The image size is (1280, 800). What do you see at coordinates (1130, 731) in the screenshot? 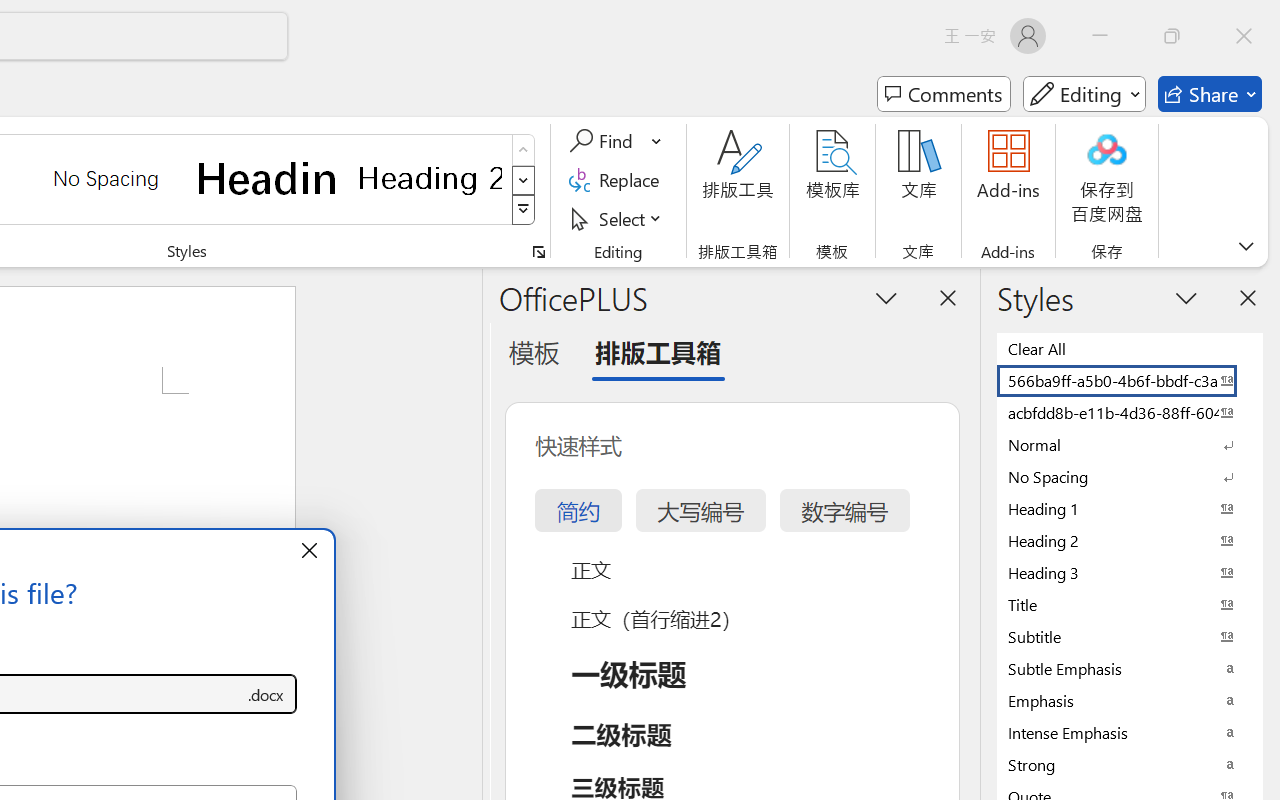
I see `'Intense Emphasis'` at bounding box center [1130, 731].